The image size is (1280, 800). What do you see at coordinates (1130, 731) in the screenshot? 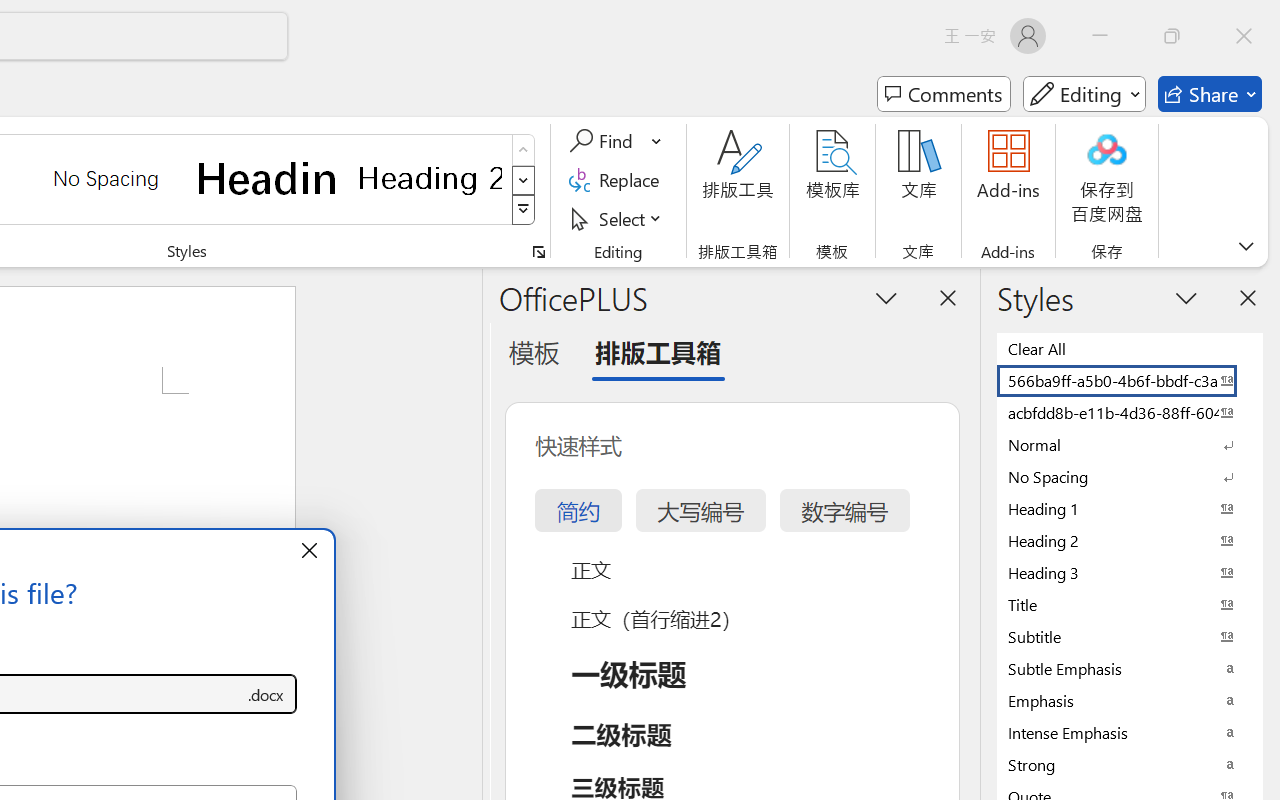
I see `'Intense Emphasis'` at bounding box center [1130, 731].